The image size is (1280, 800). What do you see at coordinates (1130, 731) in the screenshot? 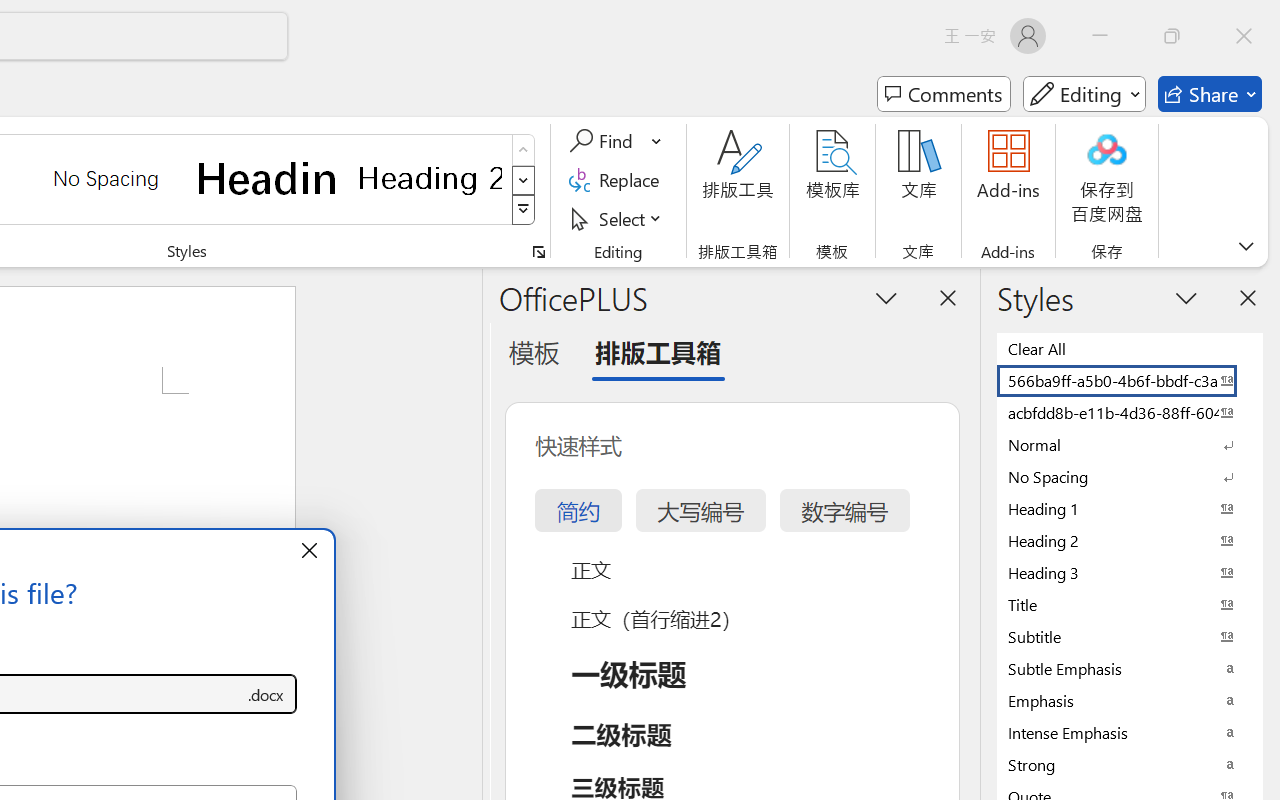
I see `'Intense Emphasis'` at bounding box center [1130, 731].